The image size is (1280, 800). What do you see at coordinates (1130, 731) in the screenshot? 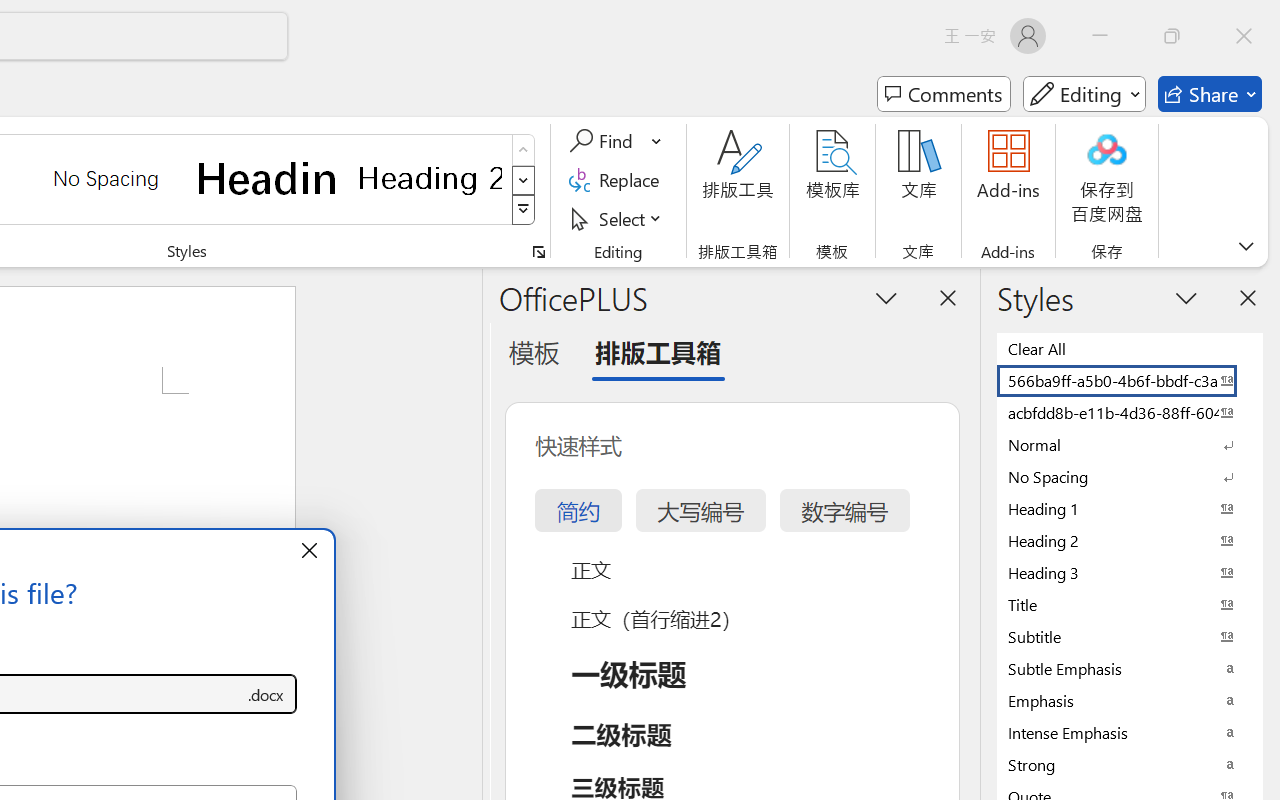
I see `'Intense Emphasis'` at bounding box center [1130, 731].